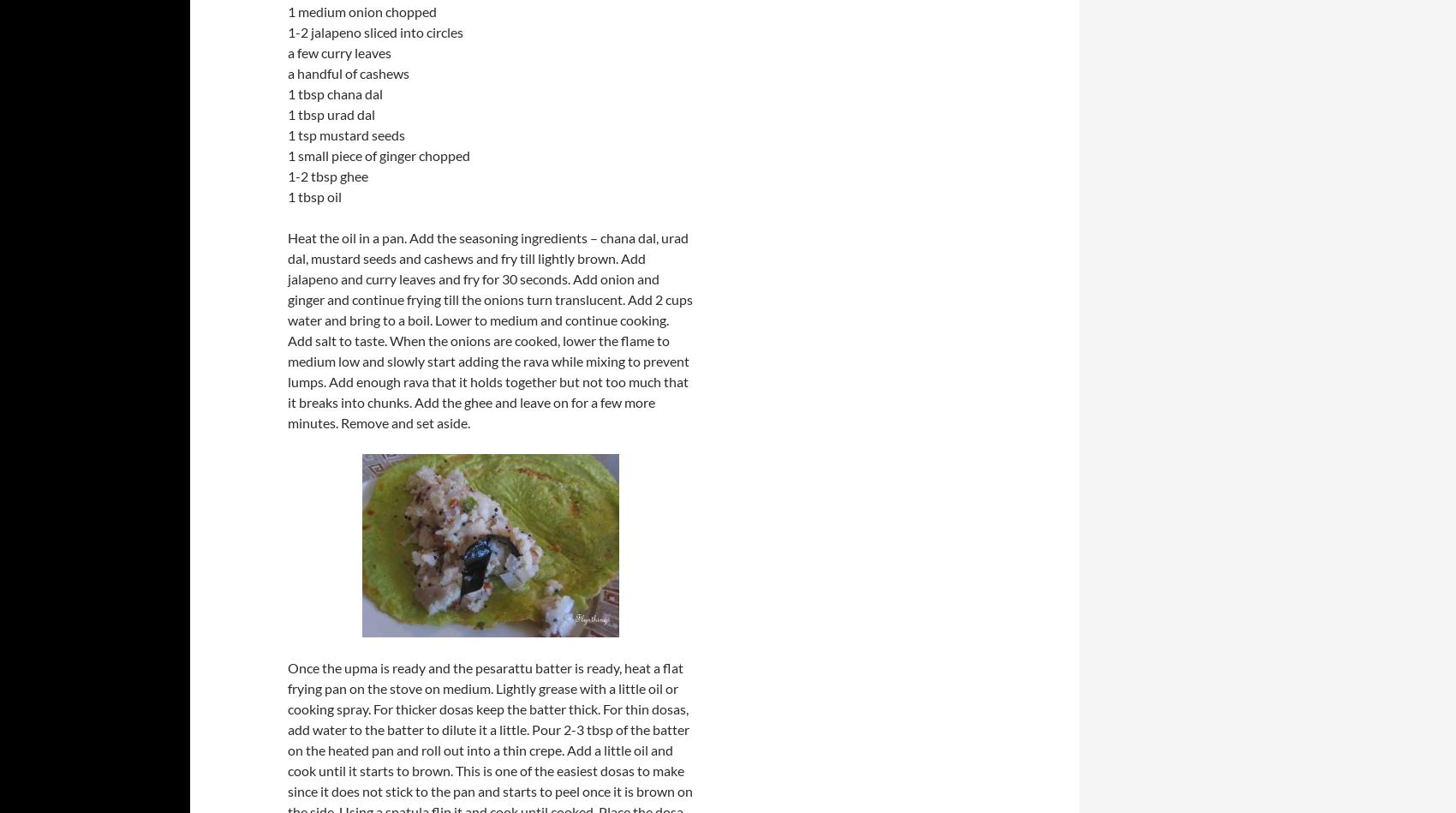 The width and height of the screenshot is (1456, 813). What do you see at coordinates (347, 73) in the screenshot?
I see `'a handful of cashews'` at bounding box center [347, 73].